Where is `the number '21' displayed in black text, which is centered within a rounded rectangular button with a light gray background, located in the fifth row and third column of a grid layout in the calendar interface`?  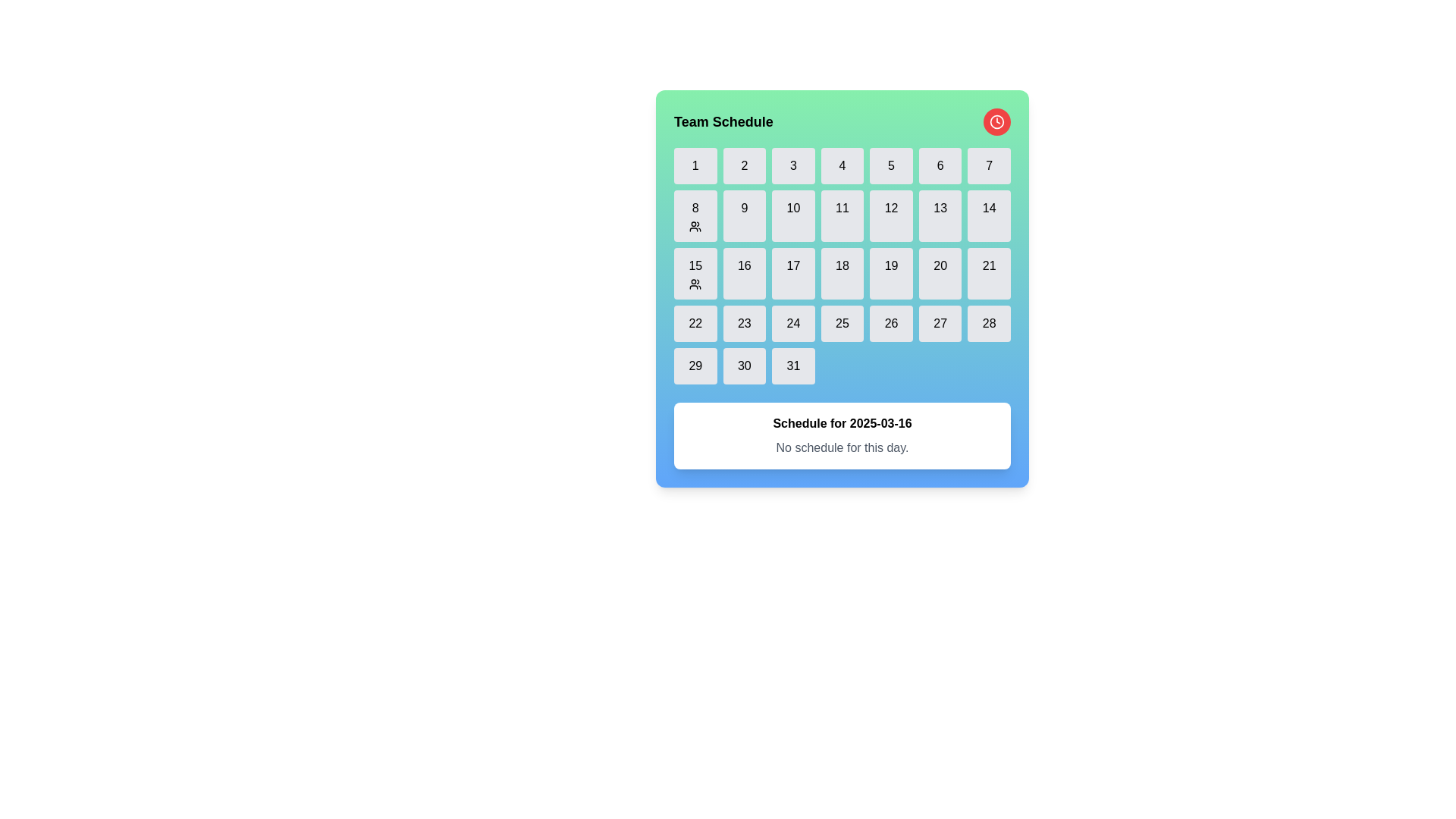
the number '21' displayed in black text, which is centered within a rounded rectangular button with a light gray background, located in the fifth row and third column of a grid layout in the calendar interface is located at coordinates (989, 265).